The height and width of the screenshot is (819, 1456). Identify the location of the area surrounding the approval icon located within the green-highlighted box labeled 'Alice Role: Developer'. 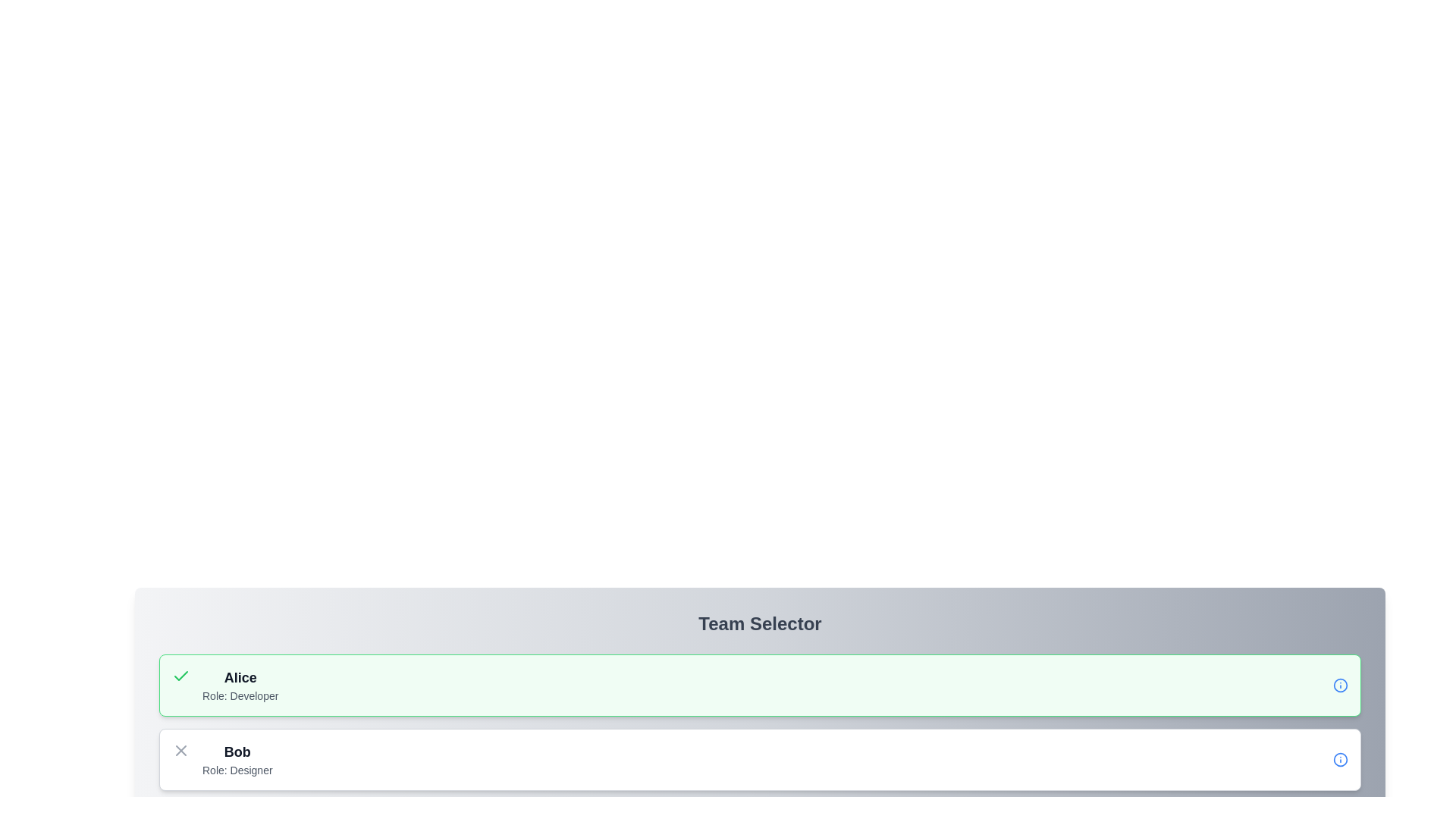
(181, 675).